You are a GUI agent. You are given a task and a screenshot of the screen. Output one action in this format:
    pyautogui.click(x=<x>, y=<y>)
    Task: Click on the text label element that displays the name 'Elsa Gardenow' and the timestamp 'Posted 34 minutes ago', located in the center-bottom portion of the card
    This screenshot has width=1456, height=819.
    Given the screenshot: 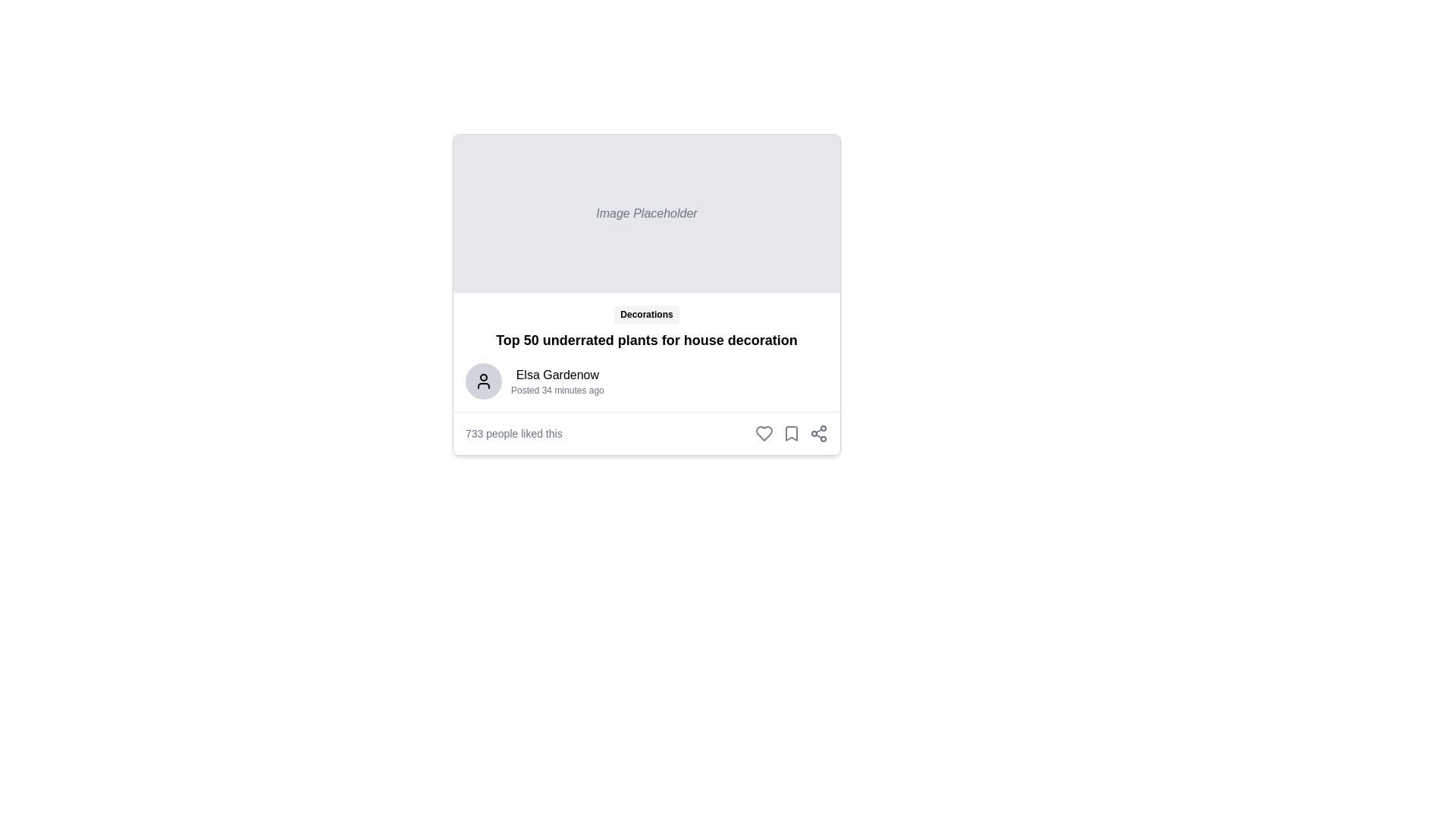 What is the action you would take?
    pyautogui.click(x=557, y=380)
    